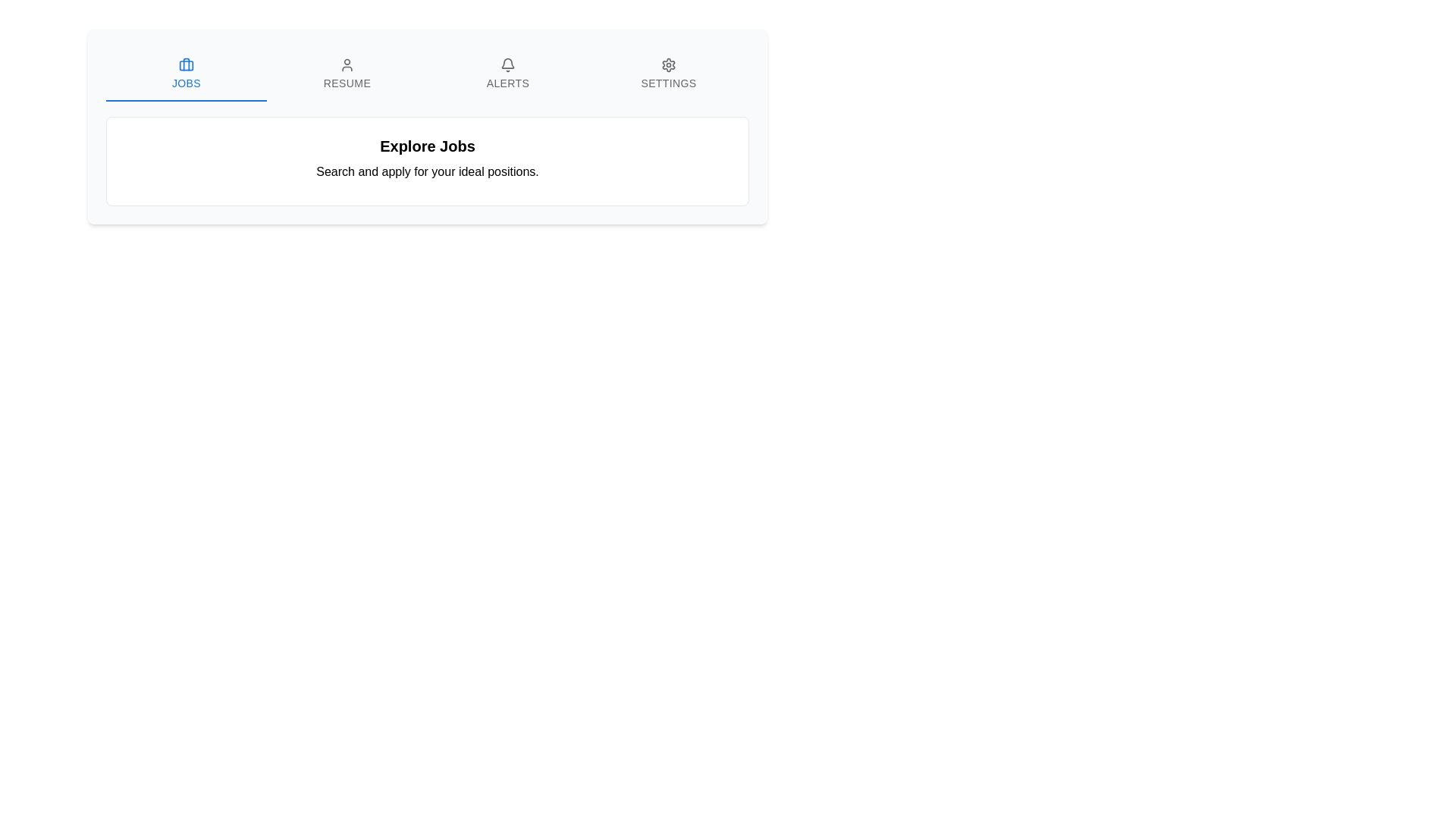 The image size is (1456, 819). Describe the element at coordinates (185, 65) in the screenshot. I see `the decorative graphical component of the briefcase icon representing the 'JOBS' tab in the top left navigation menu` at that location.